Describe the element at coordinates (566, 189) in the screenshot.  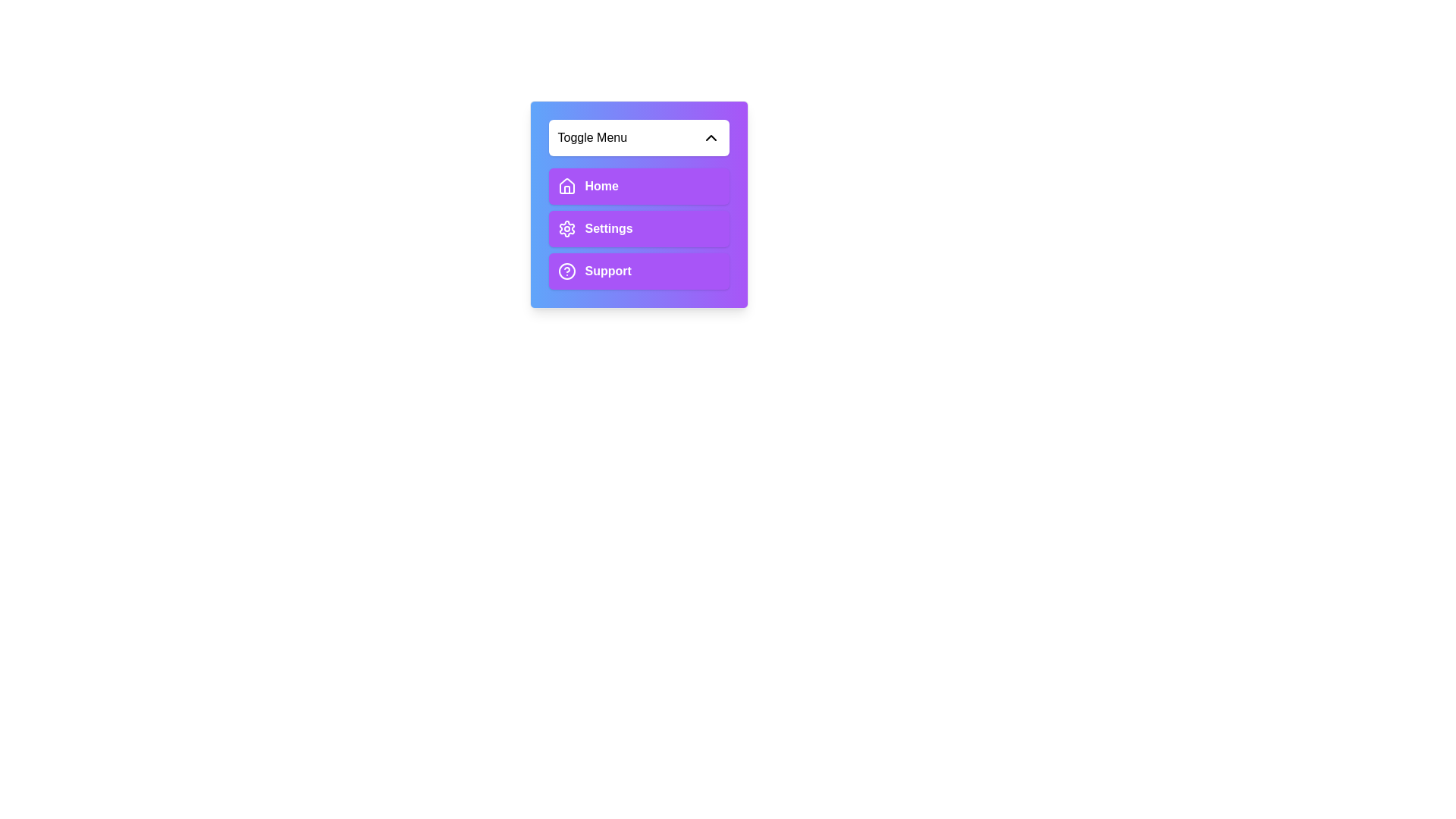
I see `the house icon located to the left of the 'Home' text label` at that location.